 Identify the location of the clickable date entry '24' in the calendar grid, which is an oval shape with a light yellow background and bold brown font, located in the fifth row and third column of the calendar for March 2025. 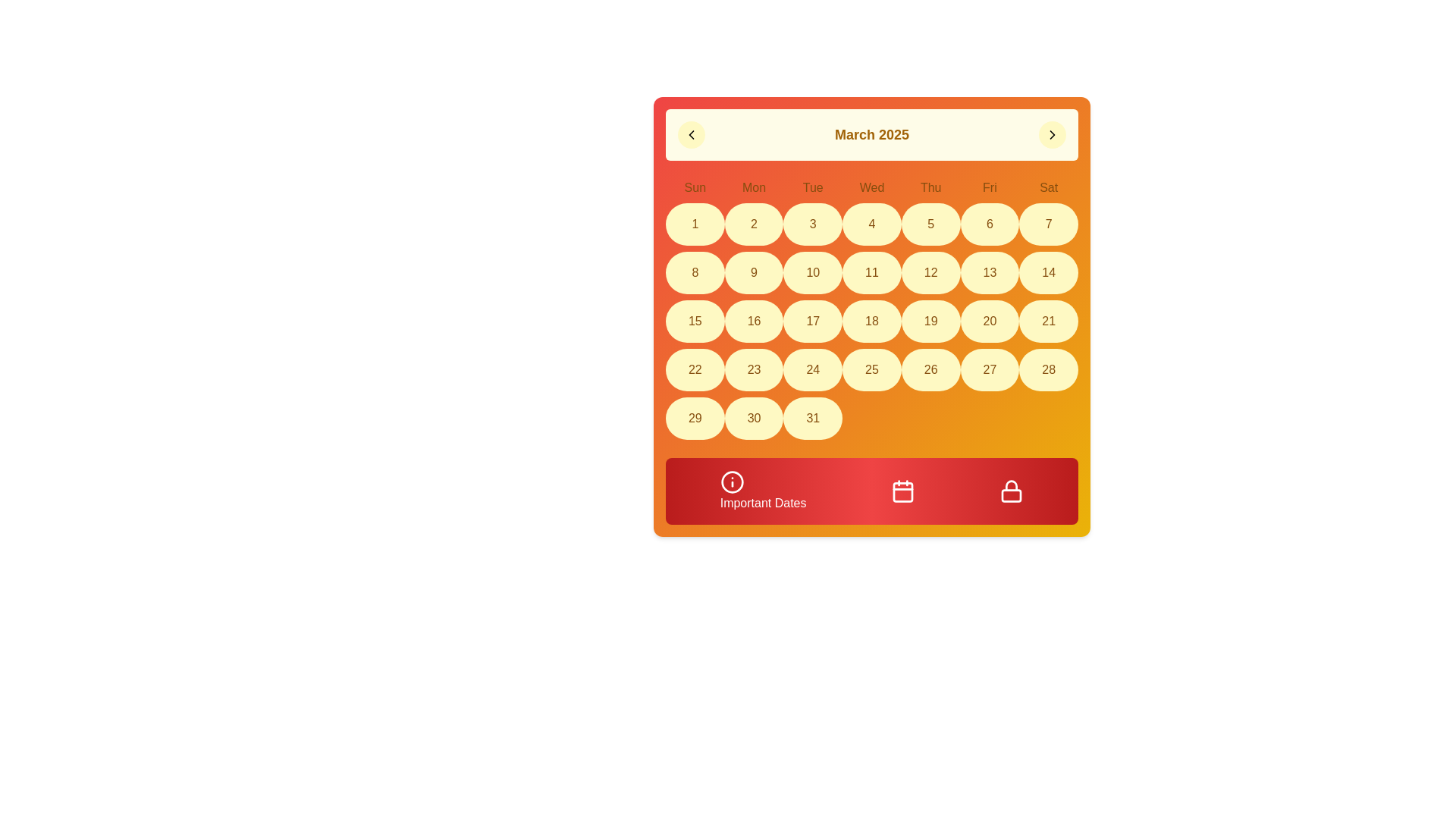
(812, 370).